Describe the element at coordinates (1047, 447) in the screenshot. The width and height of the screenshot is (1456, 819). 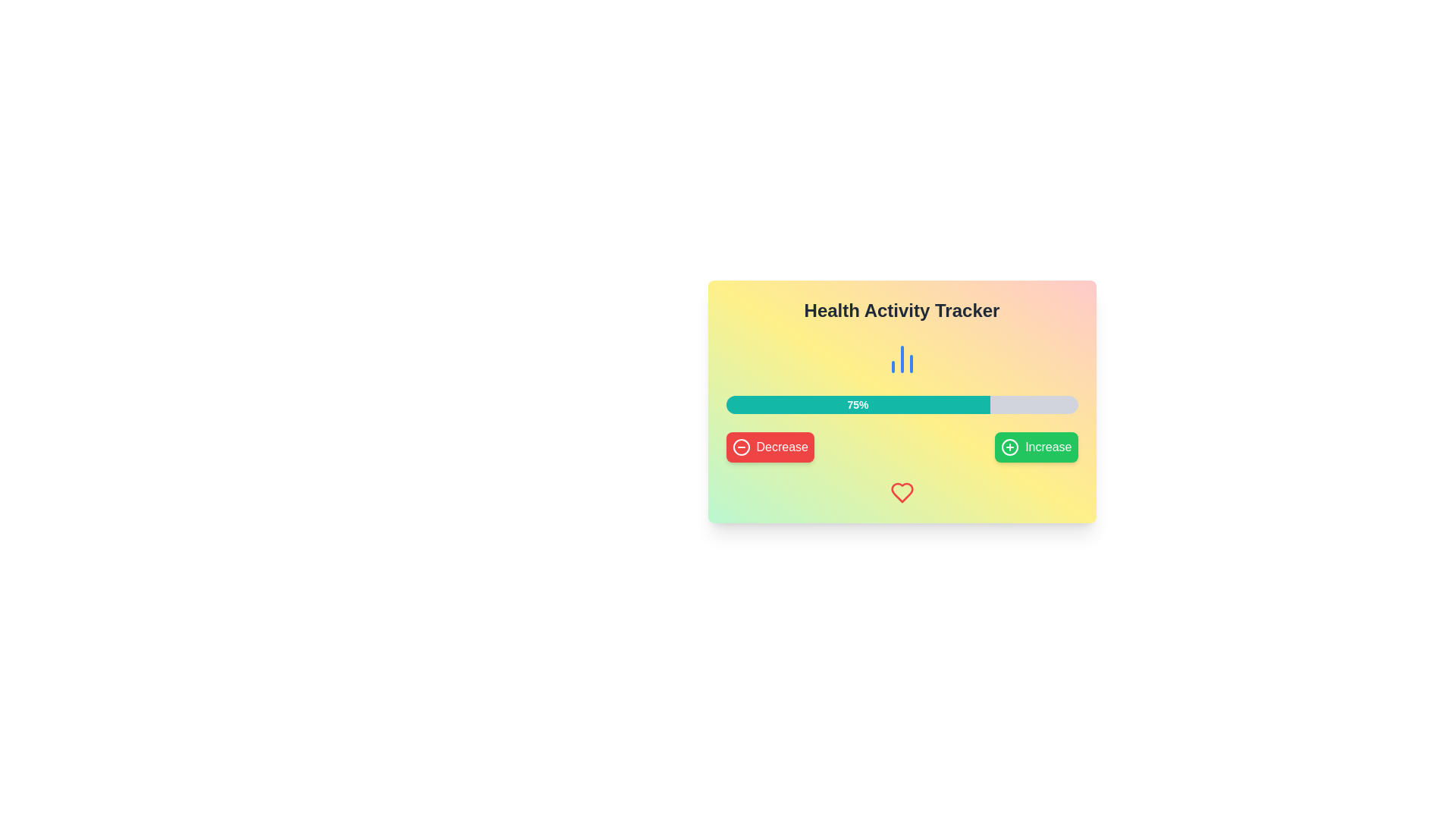
I see `the green button labeled 'Increase' located on the far right of the button group` at that location.